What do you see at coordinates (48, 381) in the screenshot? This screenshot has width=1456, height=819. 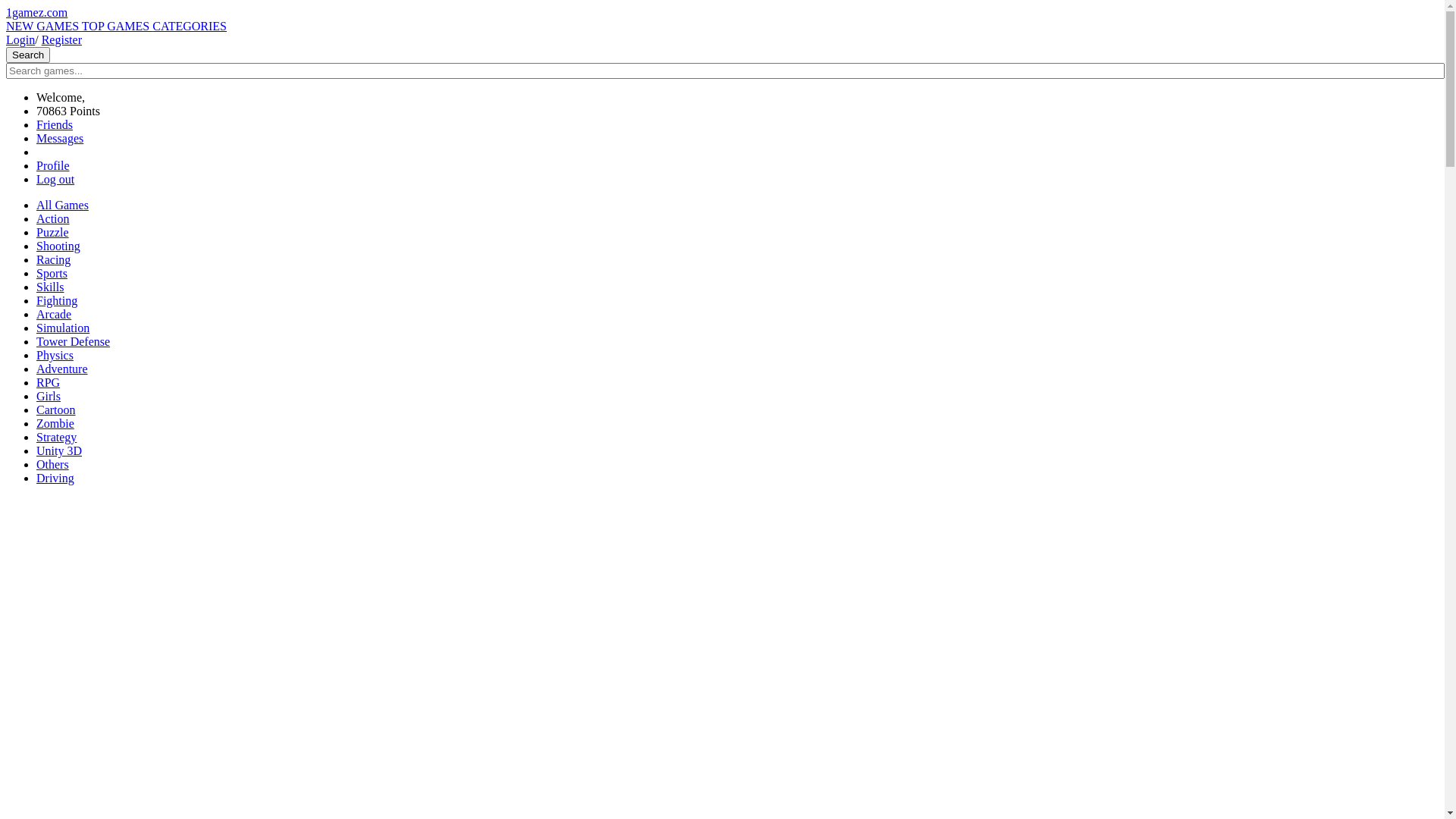 I see `'RPG'` at bounding box center [48, 381].